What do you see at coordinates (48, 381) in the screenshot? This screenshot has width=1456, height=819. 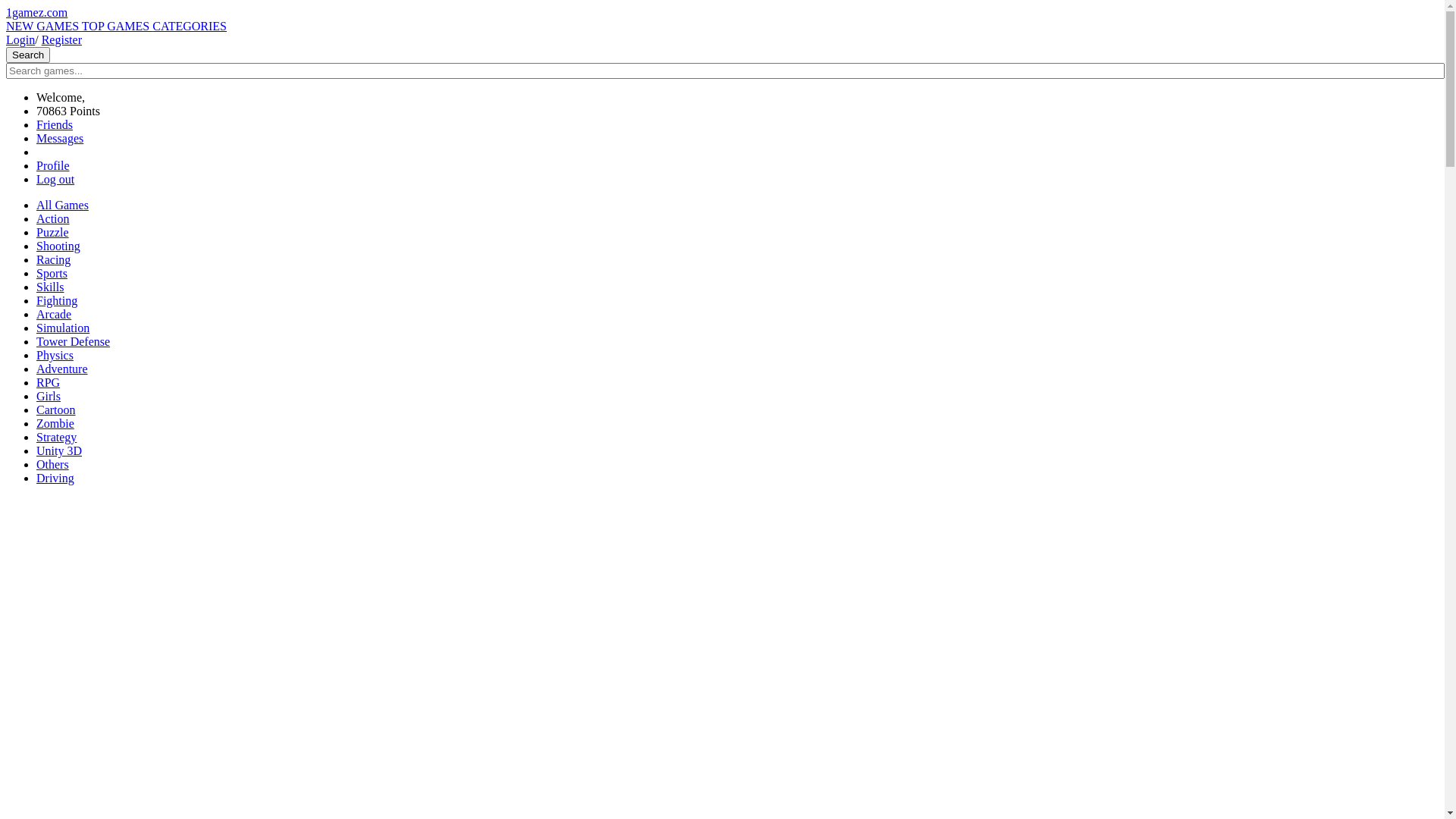 I see `'RPG'` at bounding box center [48, 381].